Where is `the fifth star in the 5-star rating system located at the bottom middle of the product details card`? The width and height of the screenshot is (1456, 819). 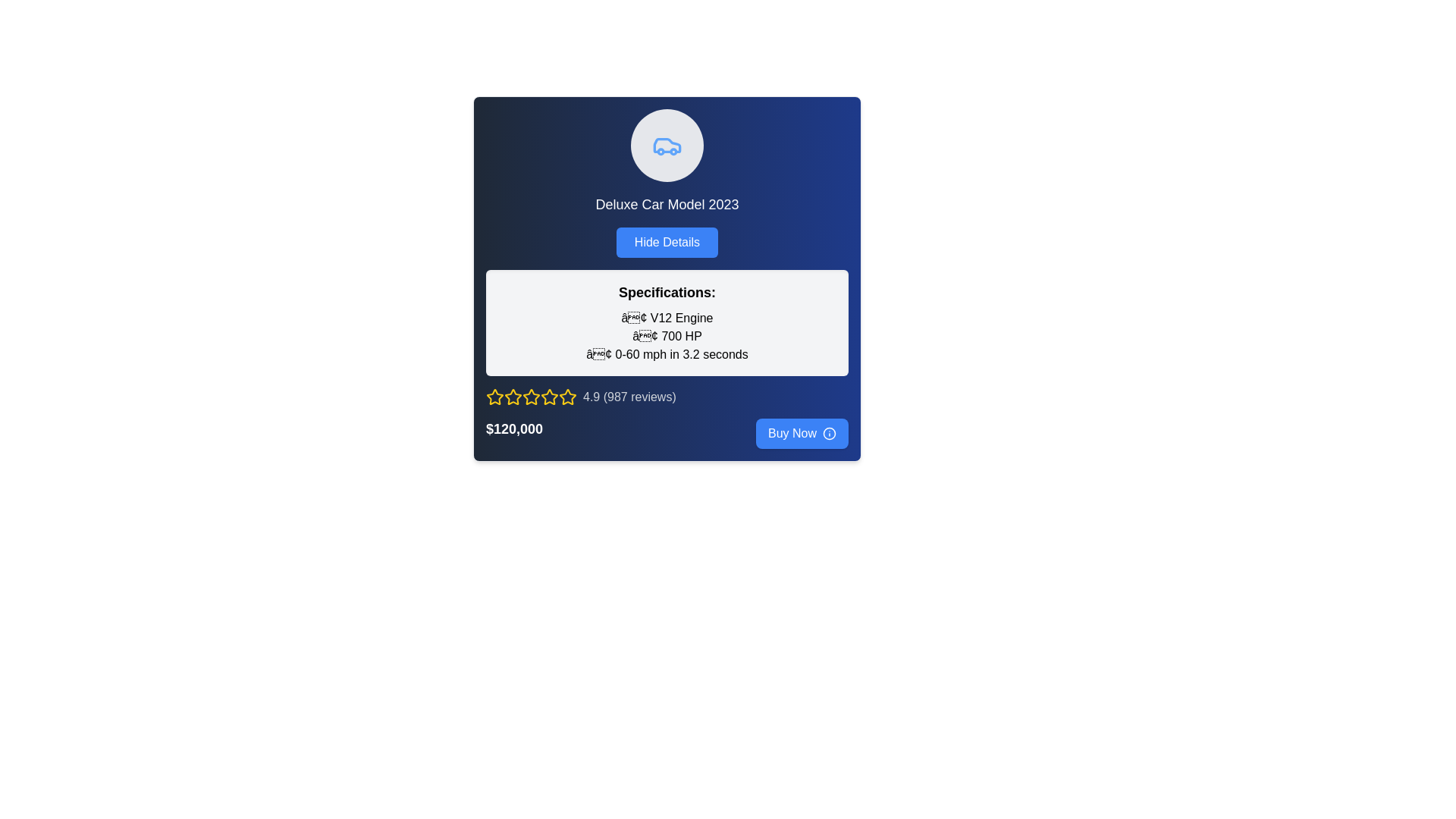
the fifth star in the 5-star rating system located at the bottom middle of the product details card is located at coordinates (531, 397).